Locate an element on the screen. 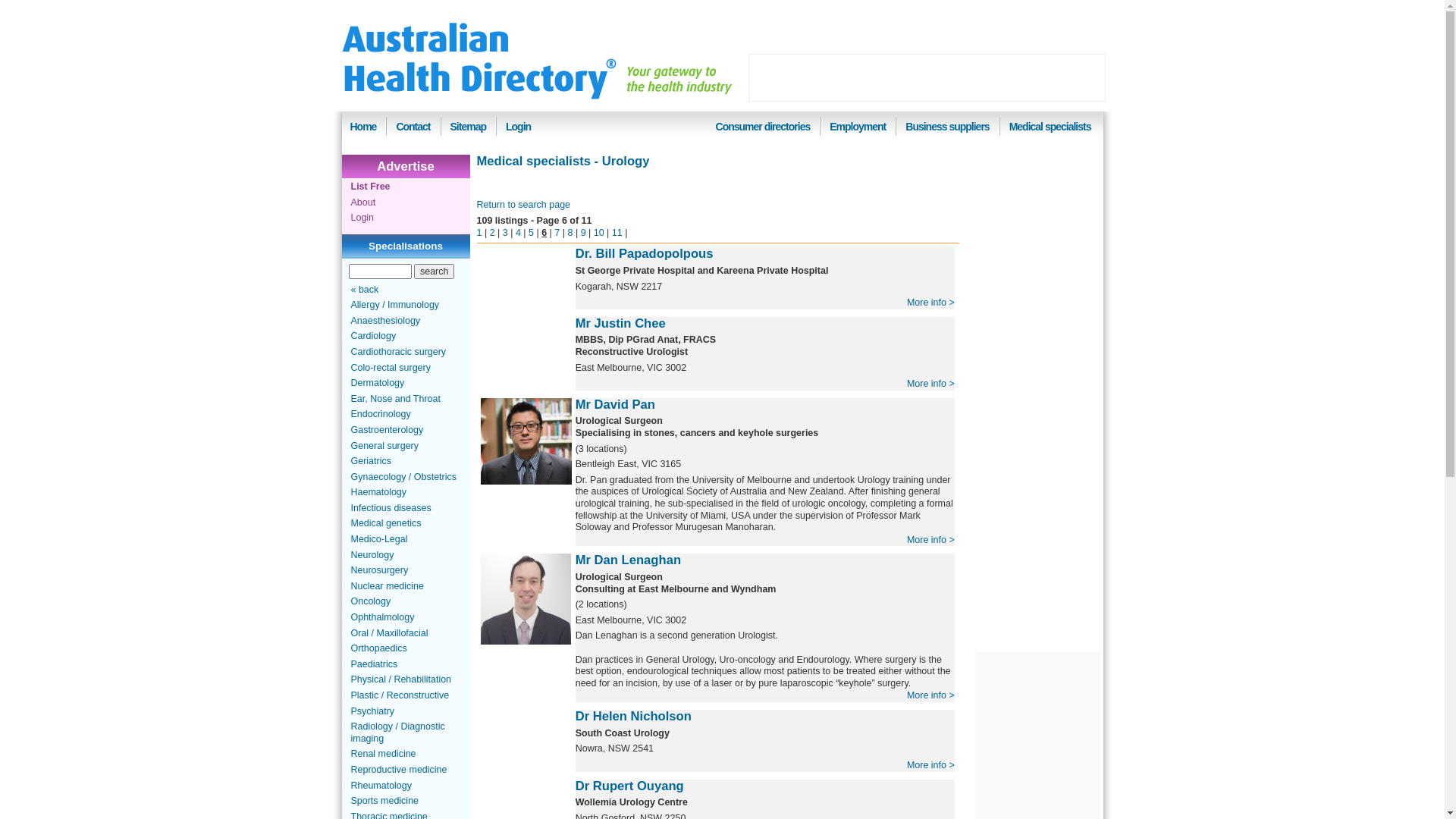  'Specialisations' is located at coordinates (405, 245).